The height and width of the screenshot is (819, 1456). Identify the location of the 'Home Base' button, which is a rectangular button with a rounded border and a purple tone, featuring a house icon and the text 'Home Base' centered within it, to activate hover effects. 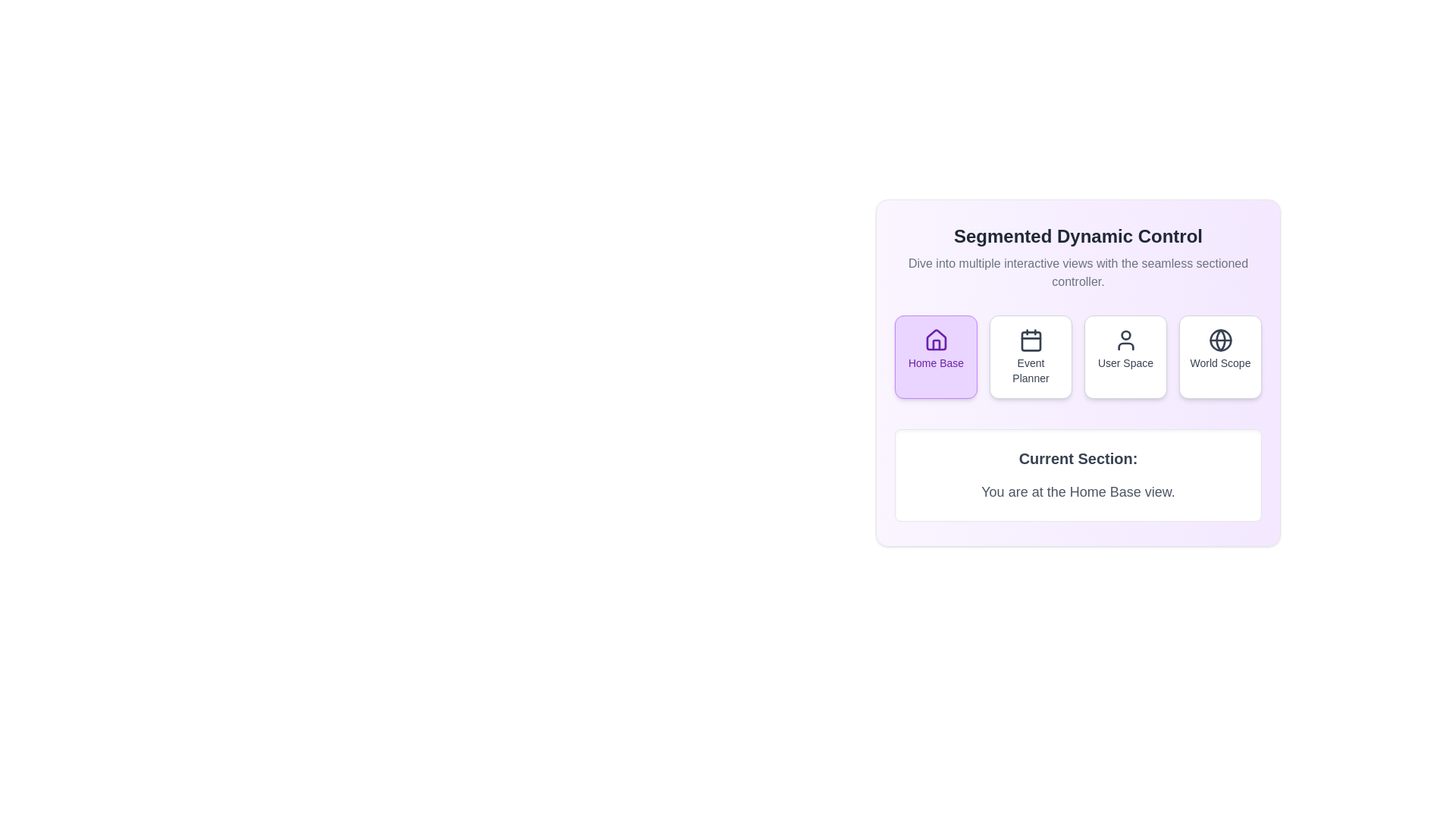
(935, 356).